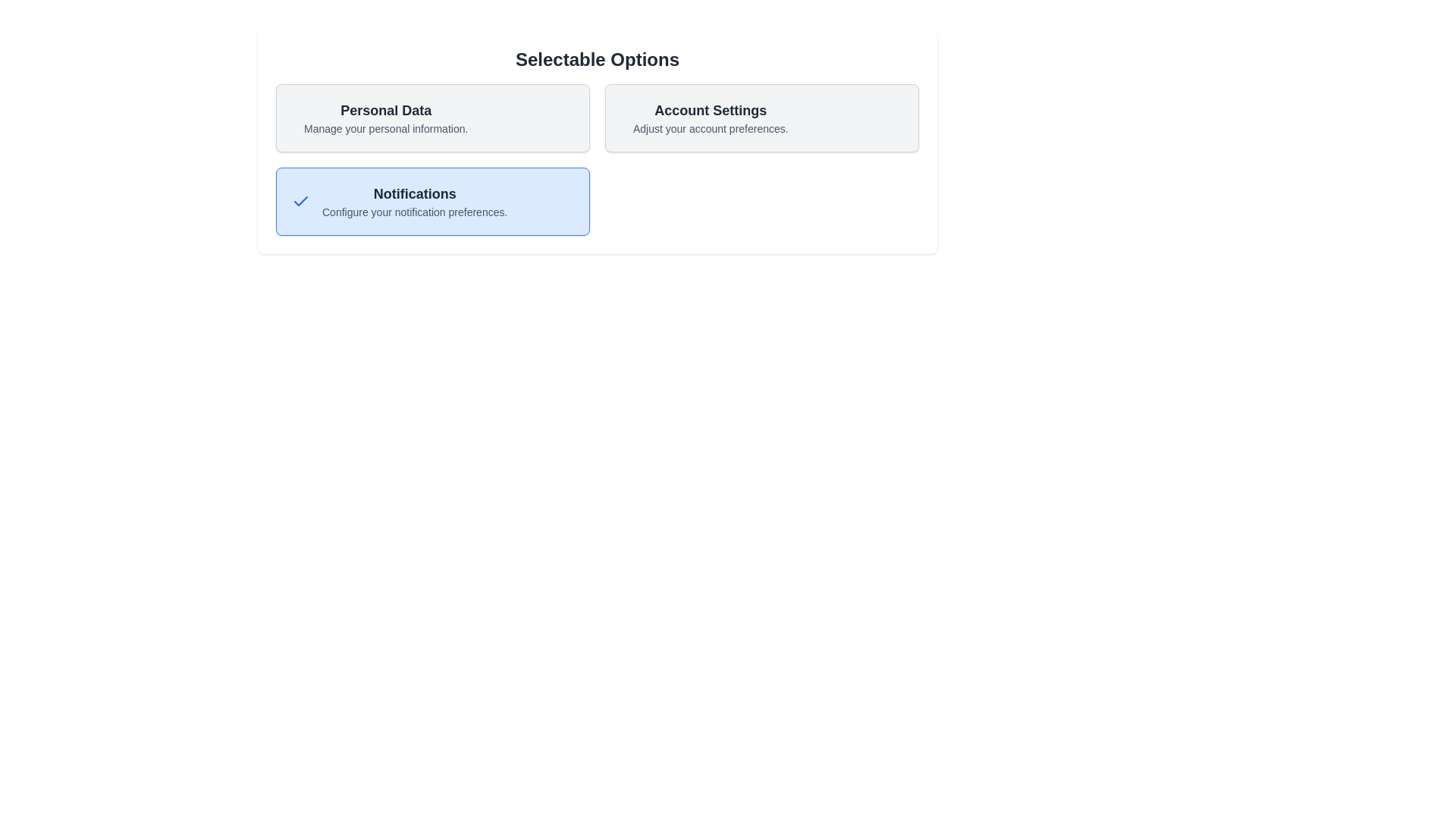 Image resolution: width=1456 pixels, height=819 pixels. What do you see at coordinates (301, 201) in the screenshot?
I see `the selection state represented by the small blue checkmark icon located in the top-left corner of the Notifications selection box` at bounding box center [301, 201].